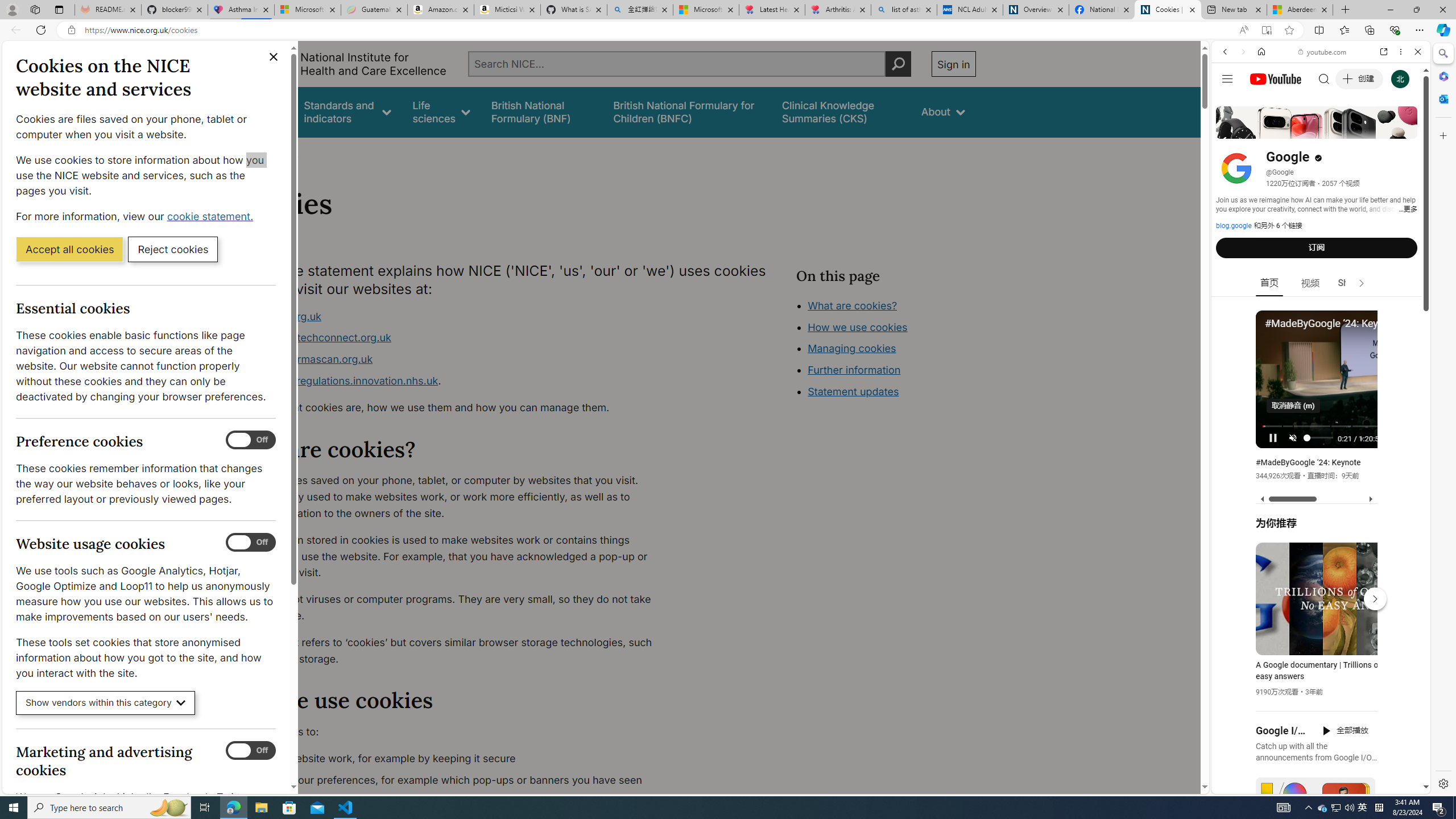 This screenshot has width=1456, height=819. What do you see at coordinates (260, 111) in the screenshot?
I see `'Guidance'` at bounding box center [260, 111].